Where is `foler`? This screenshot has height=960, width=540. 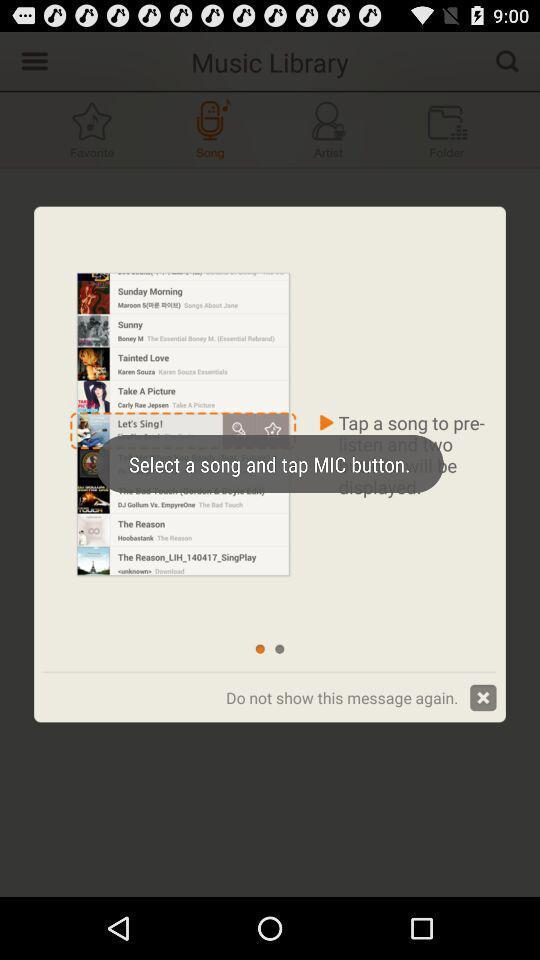
foler is located at coordinates (447, 128).